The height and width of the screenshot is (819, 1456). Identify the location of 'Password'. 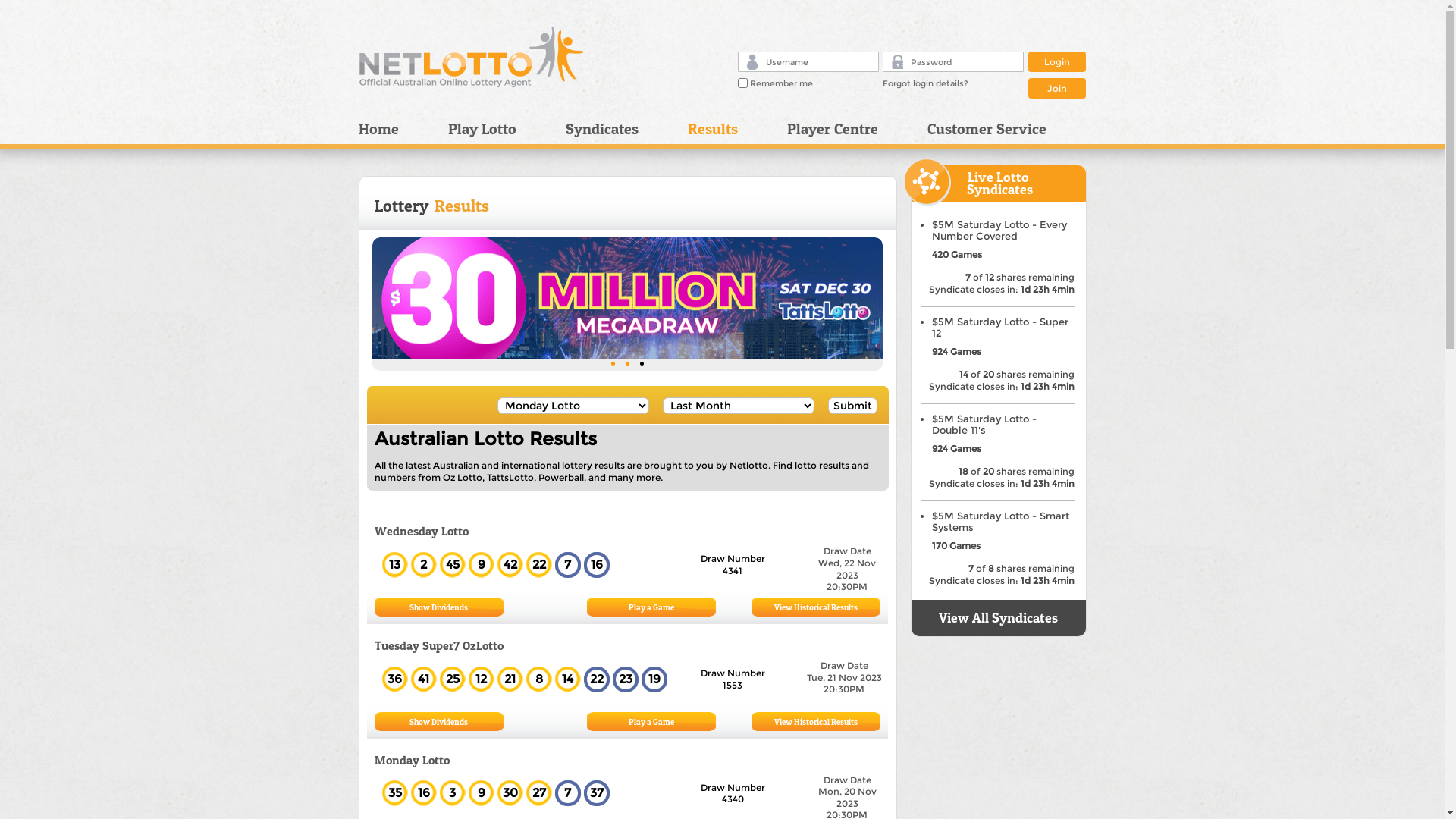
(892, 60).